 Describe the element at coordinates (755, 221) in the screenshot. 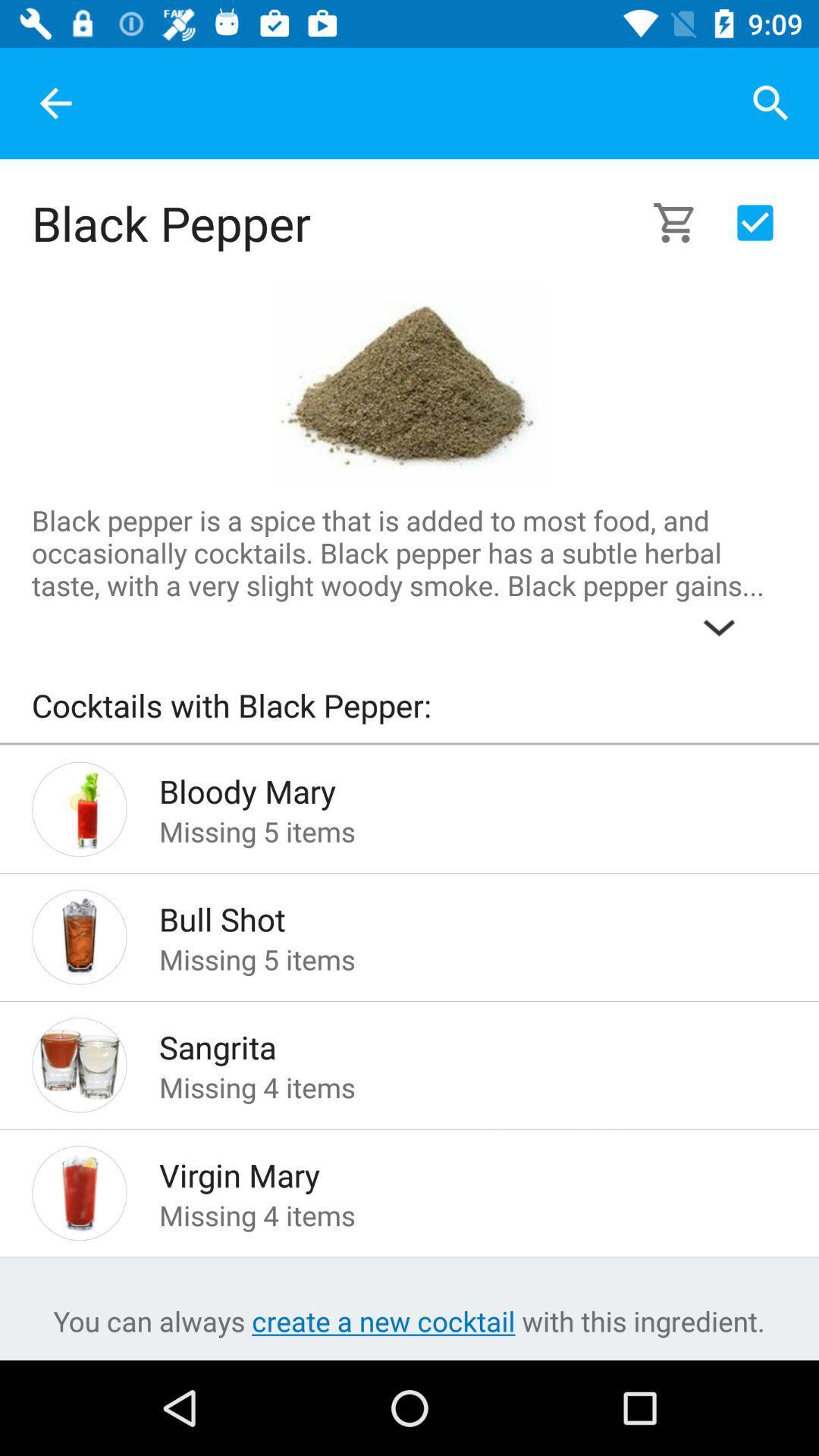

I see `from menu` at that location.